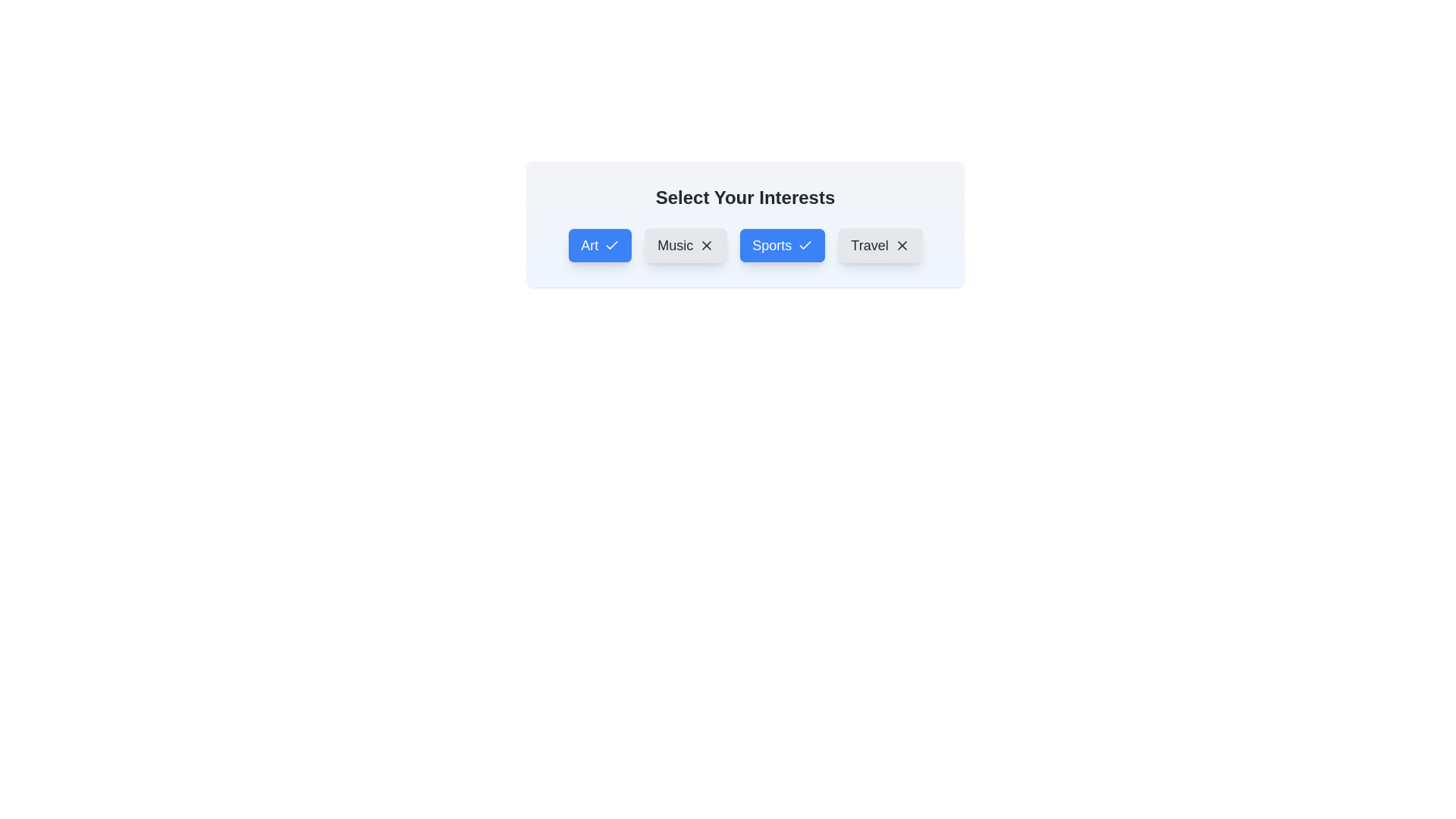 The width and height of the screenshot is (1456, 819). I want to click on the interest item Sports, so click(783, 245).